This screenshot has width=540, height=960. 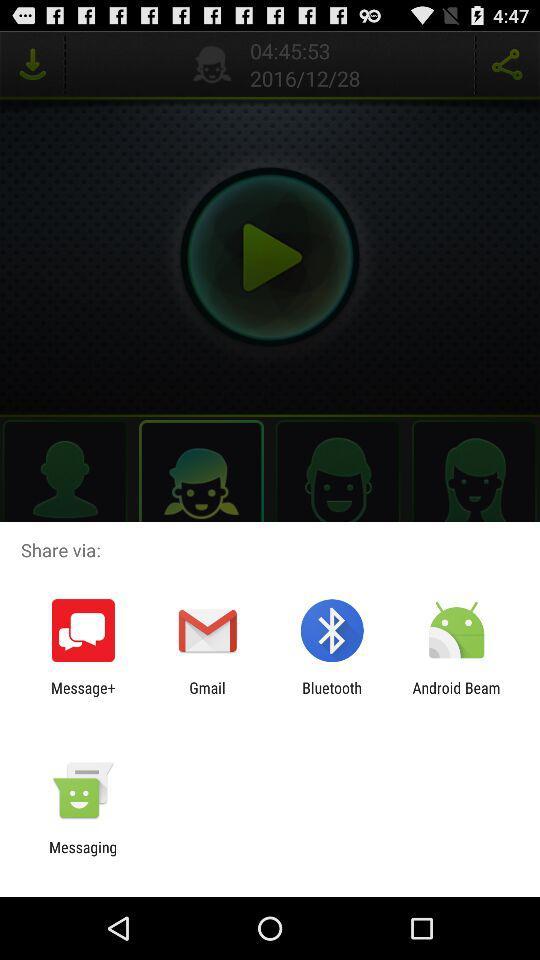 I want to click on the bluetooth app, so click(x=332, y=696).